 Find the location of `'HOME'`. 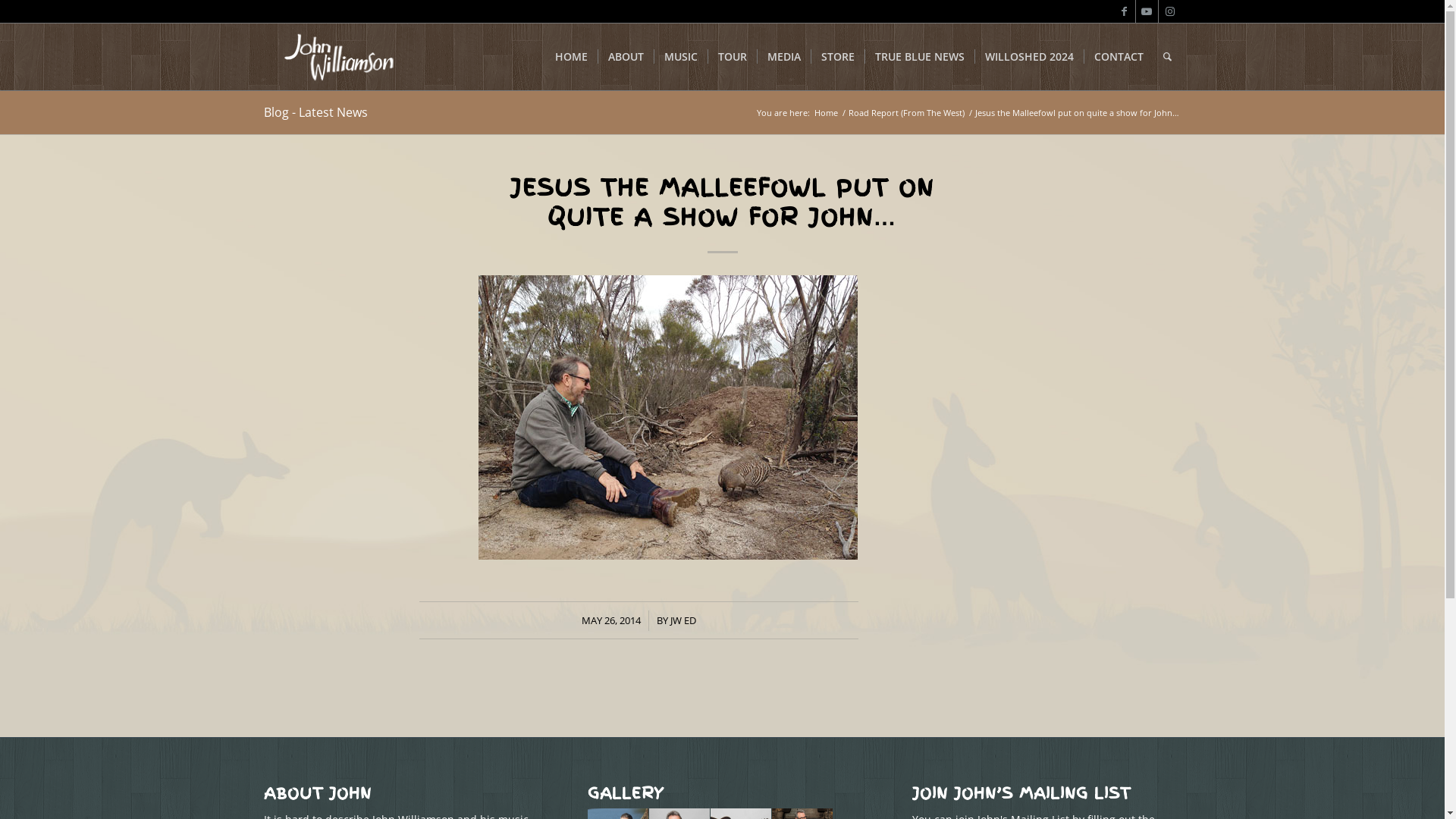

'HOME' is located at coordinates (570, 55).